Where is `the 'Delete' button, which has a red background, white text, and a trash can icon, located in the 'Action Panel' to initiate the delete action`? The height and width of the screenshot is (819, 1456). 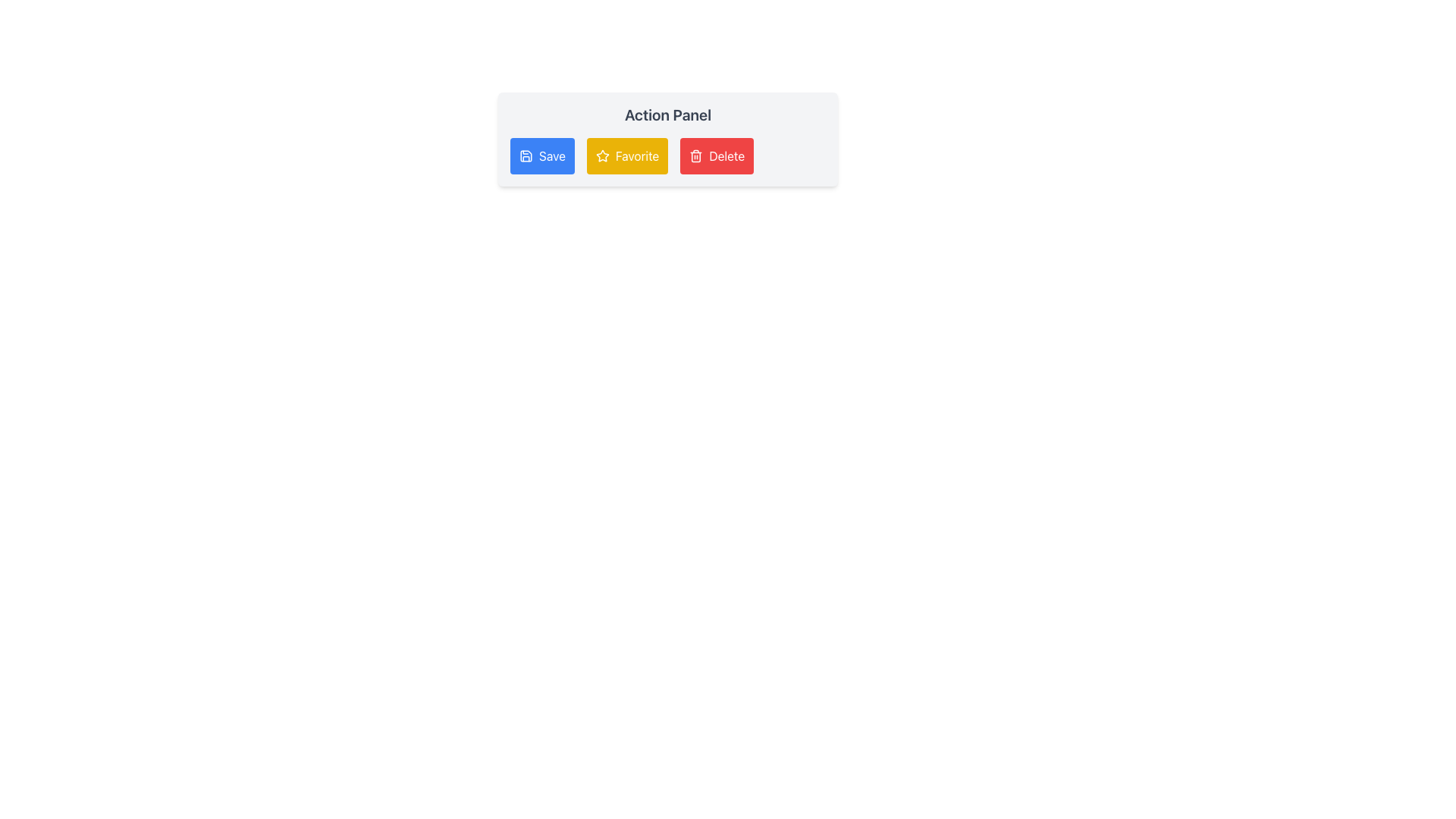 the 'Delete' button, which has a red background, white text, and a trash can icon, located in the 'Action Panel' to initiate the delete action is located at coordinates (716, 155).